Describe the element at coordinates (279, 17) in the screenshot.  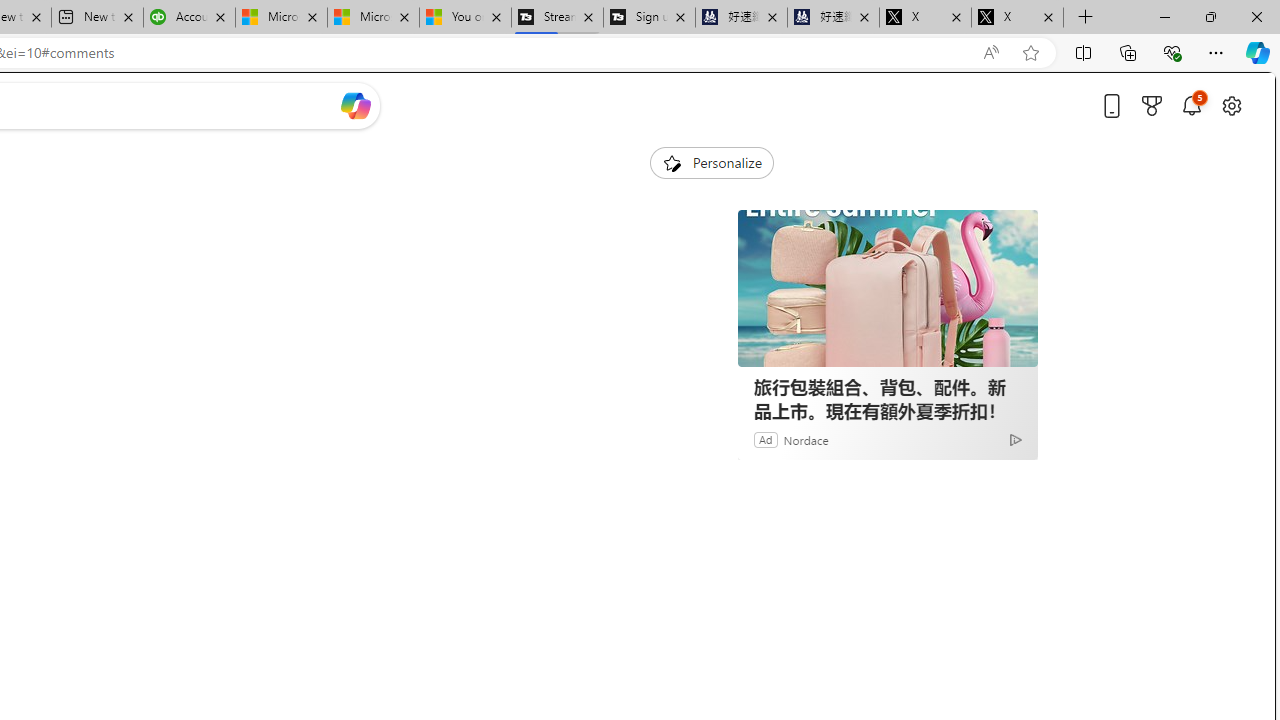
I see `'Microsoft Start Sports'` at that location.